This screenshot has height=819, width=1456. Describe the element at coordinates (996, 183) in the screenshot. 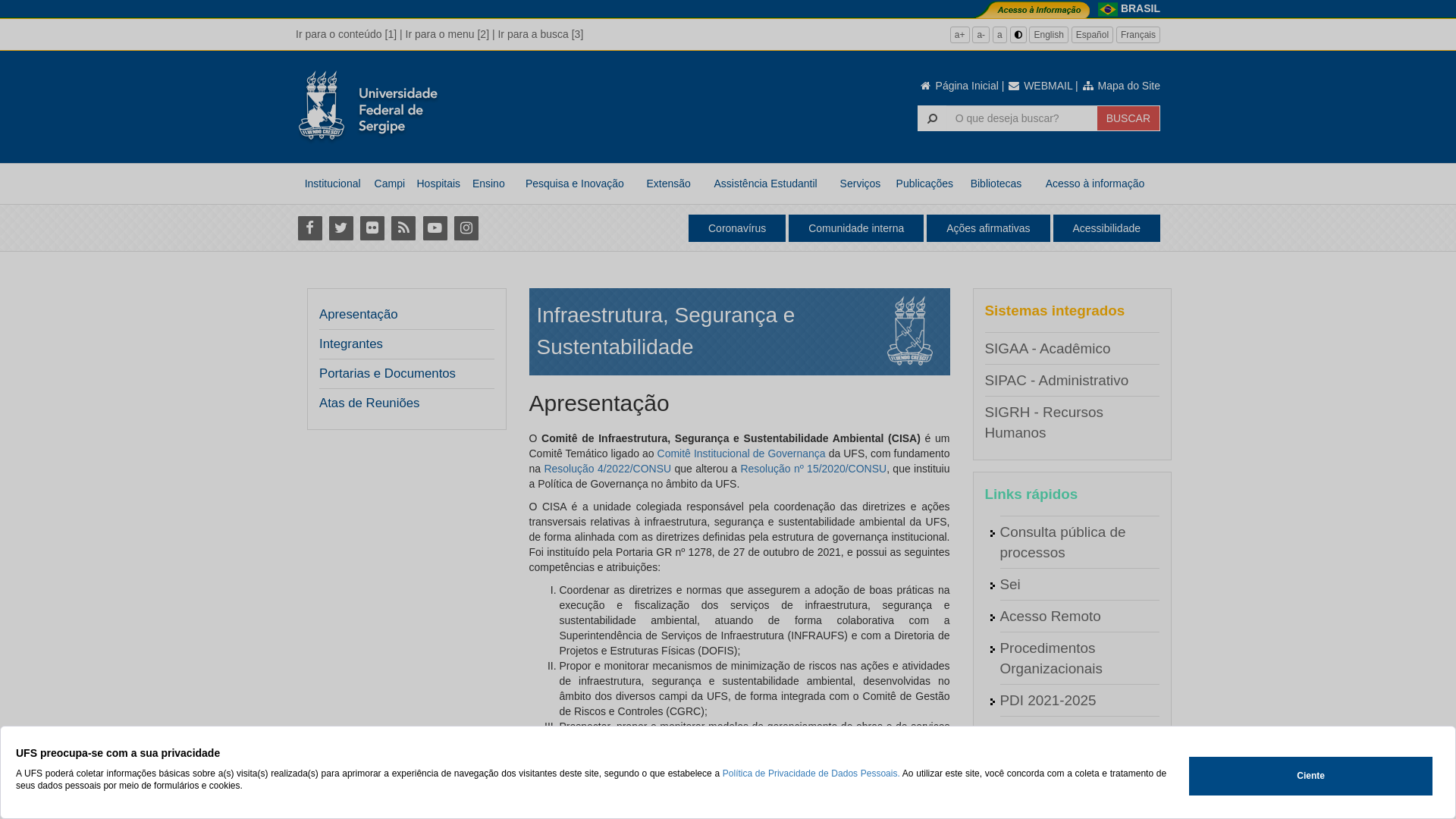

I see `'Bibliotecas'` at that location.